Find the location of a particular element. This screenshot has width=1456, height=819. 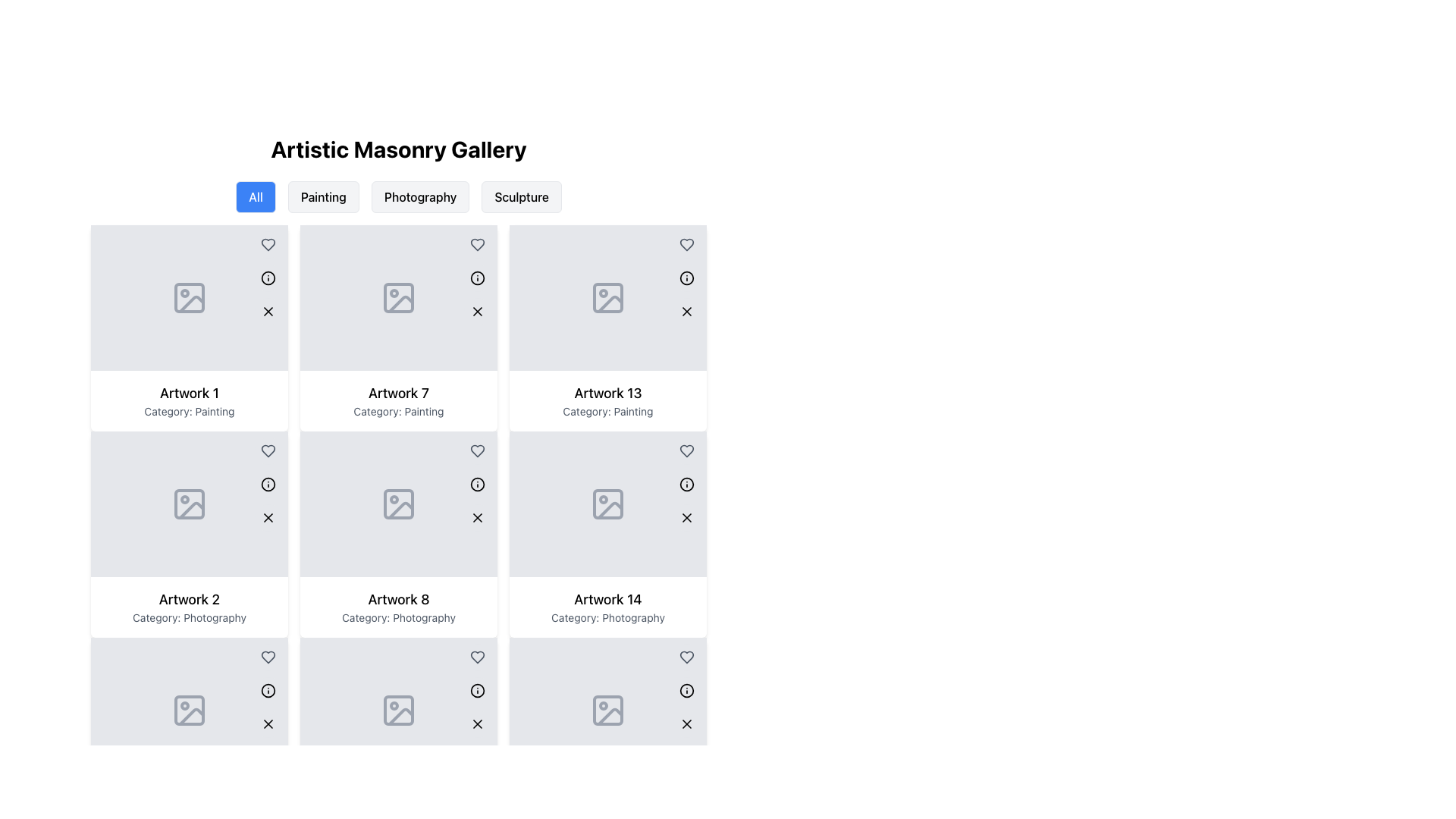

the close button located in the top-right corner of the 'Artwork 14' grid cell is located at coordinates (686, 516).